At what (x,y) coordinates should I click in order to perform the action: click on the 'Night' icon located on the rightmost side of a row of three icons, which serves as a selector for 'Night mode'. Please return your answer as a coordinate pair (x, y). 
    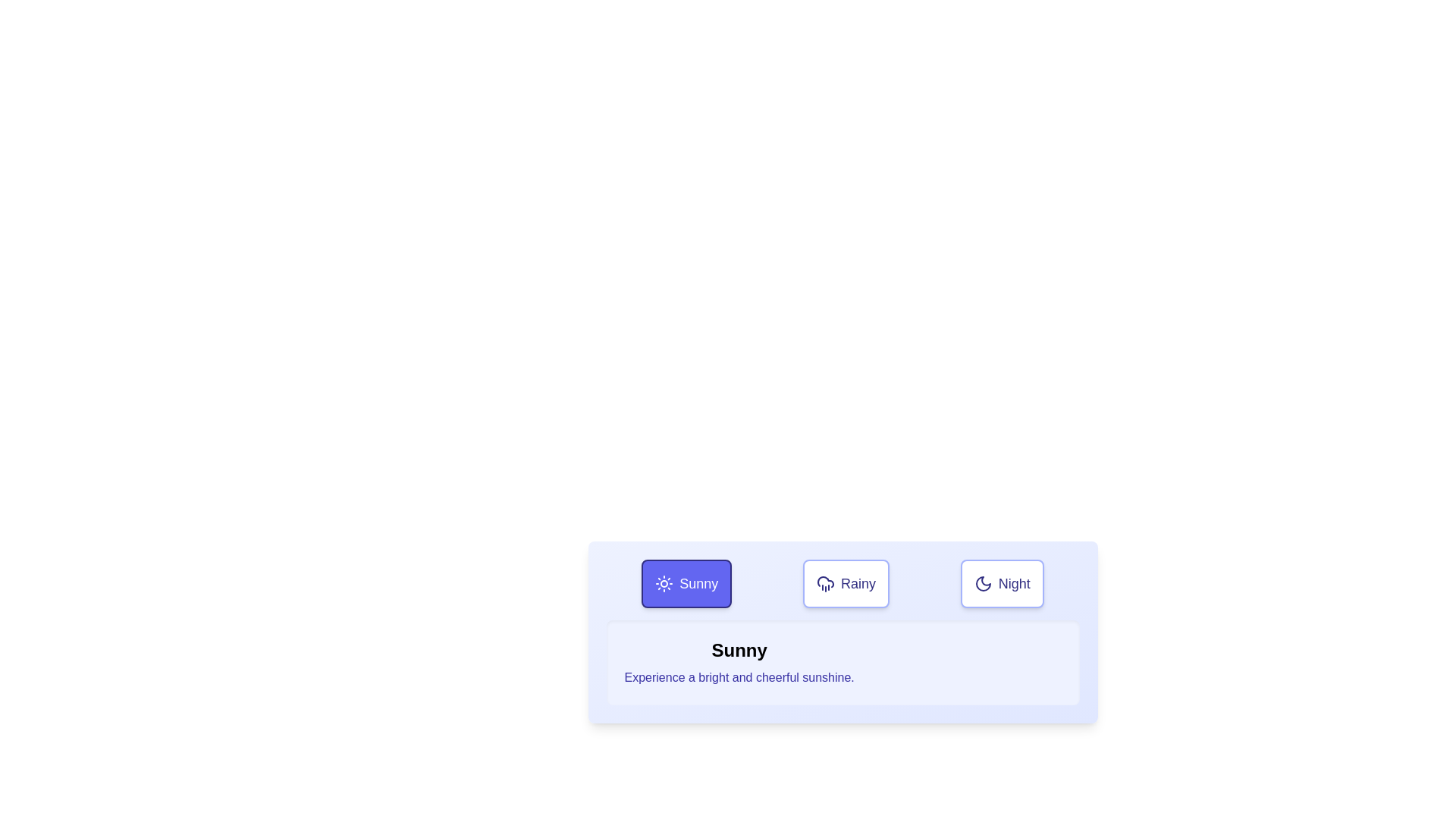
    Looking at the image, I should click on (983, 583).